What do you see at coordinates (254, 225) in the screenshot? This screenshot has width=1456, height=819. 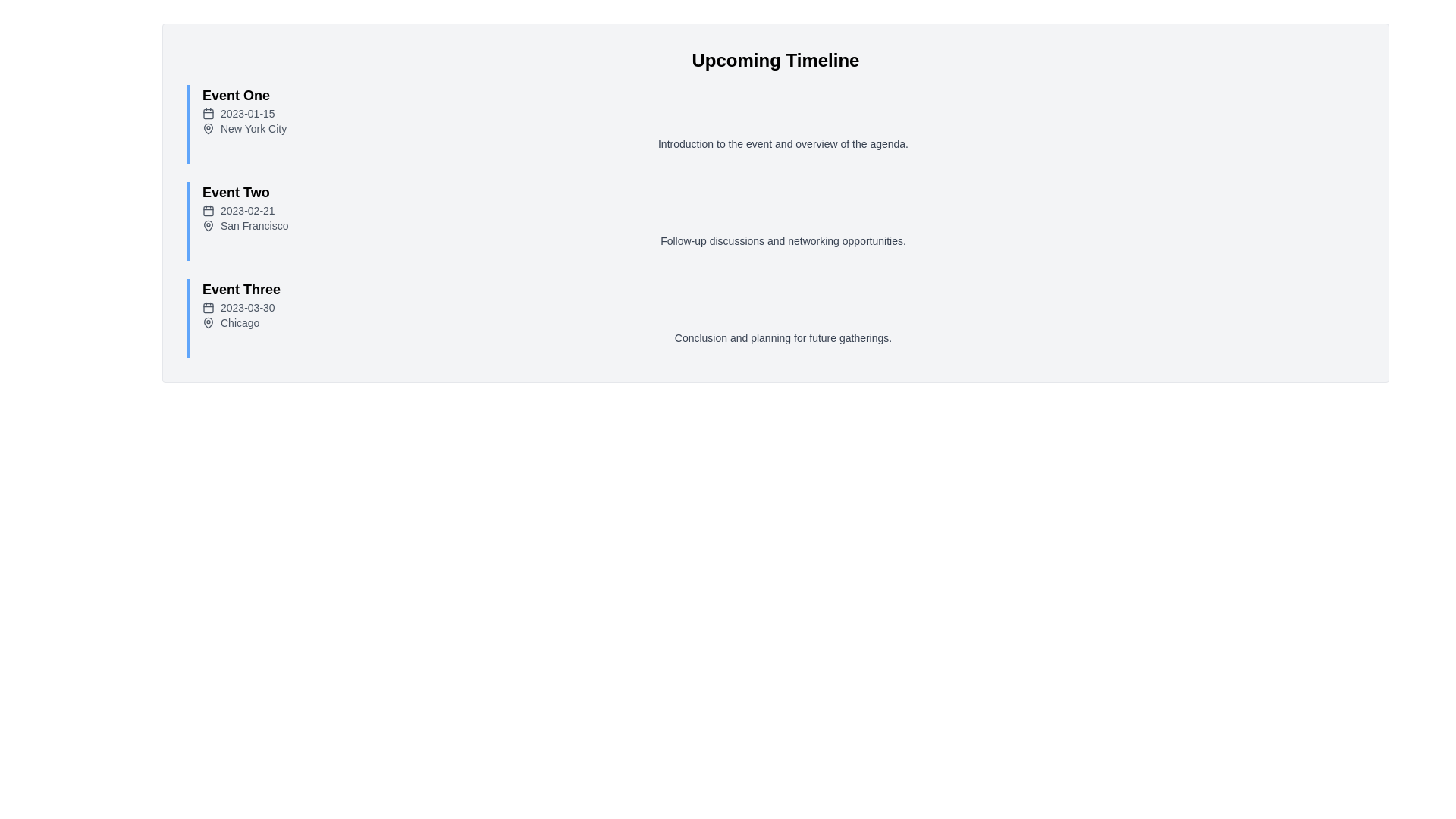 I see `the text label displaying 'San Francisco' in light gray color, located below the date in the 'Event Two' section of the timeline` at bounding box center [254, 225].